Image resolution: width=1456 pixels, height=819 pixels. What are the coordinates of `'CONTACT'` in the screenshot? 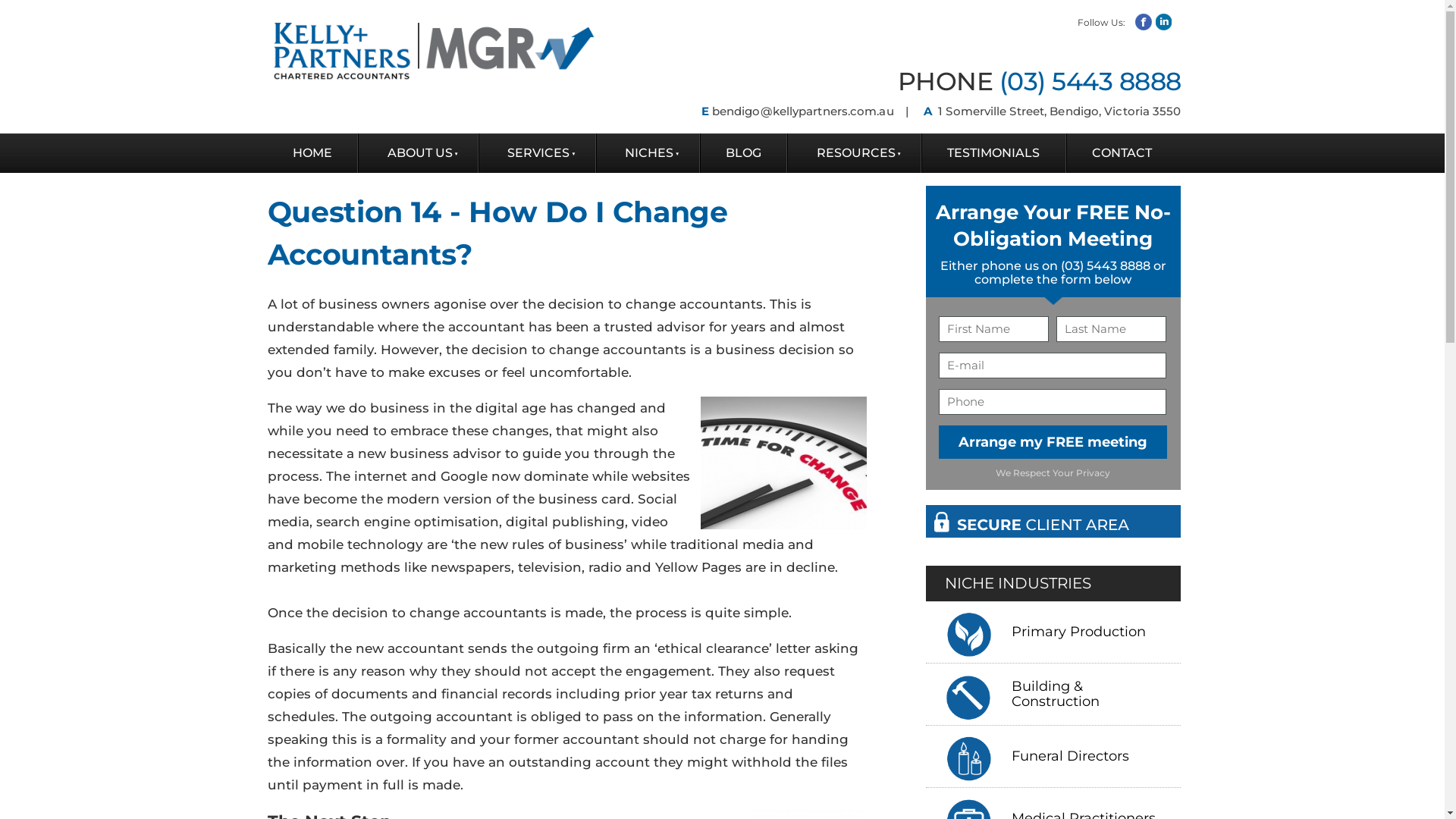 It's located at (1122, 152).